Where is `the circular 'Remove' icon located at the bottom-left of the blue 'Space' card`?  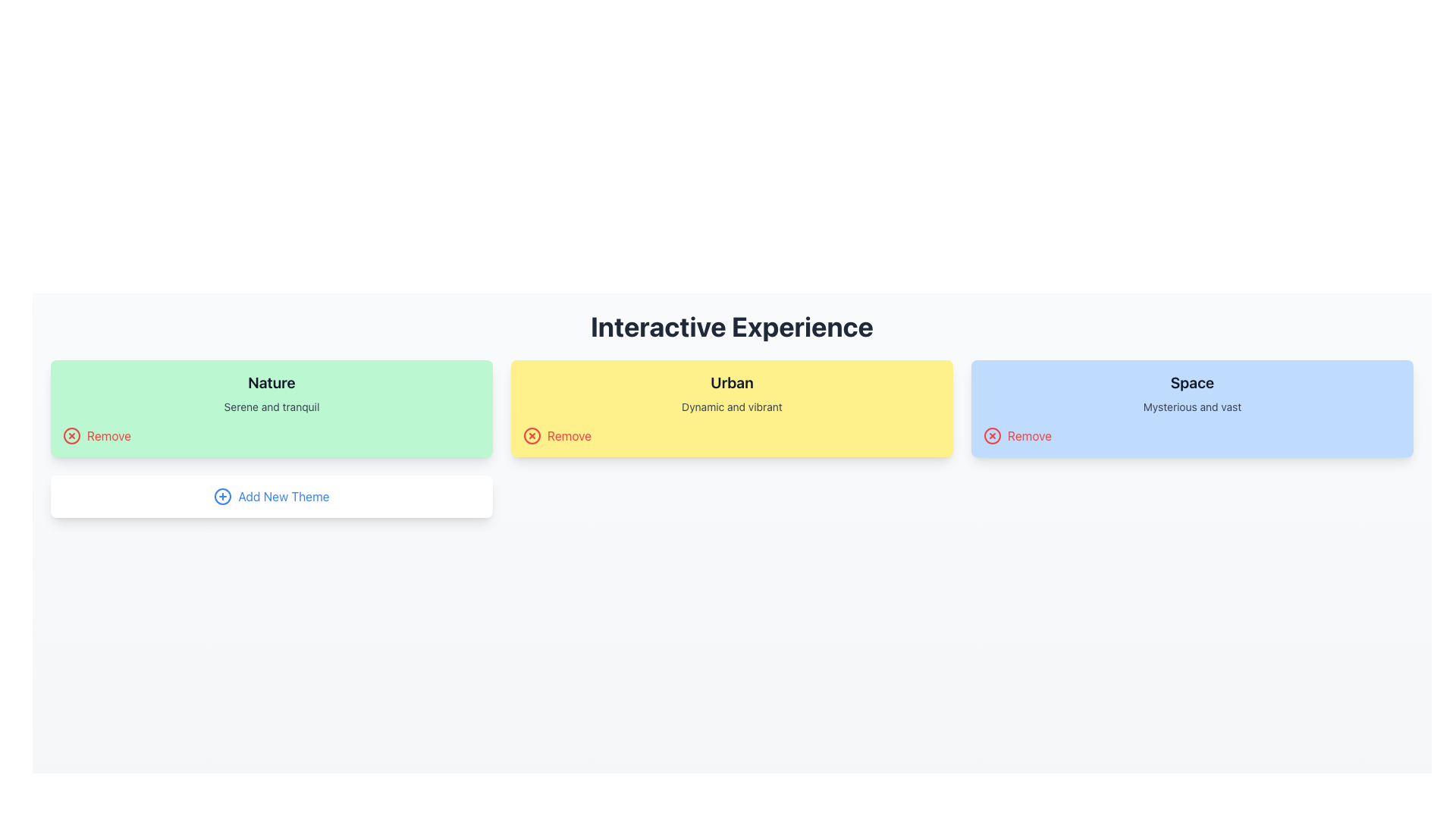 the circular 'Remove' icon located at the bottom-left of the blue 'Space' card is located at coordinates (993, 435).